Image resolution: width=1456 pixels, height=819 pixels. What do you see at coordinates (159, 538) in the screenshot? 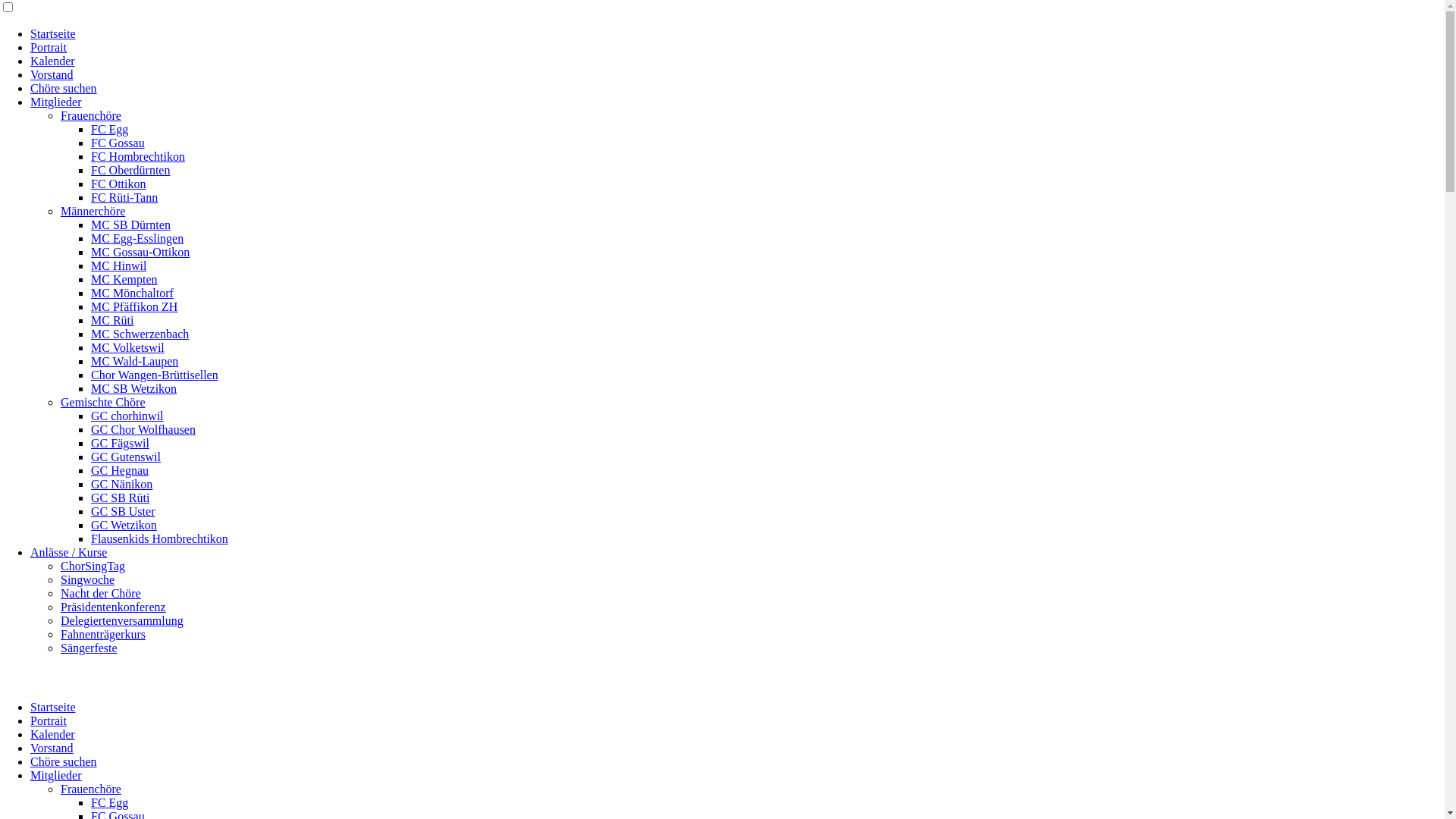
I see `'Flausenkids Hombrechtikon'` at bounding box center [159, 538].